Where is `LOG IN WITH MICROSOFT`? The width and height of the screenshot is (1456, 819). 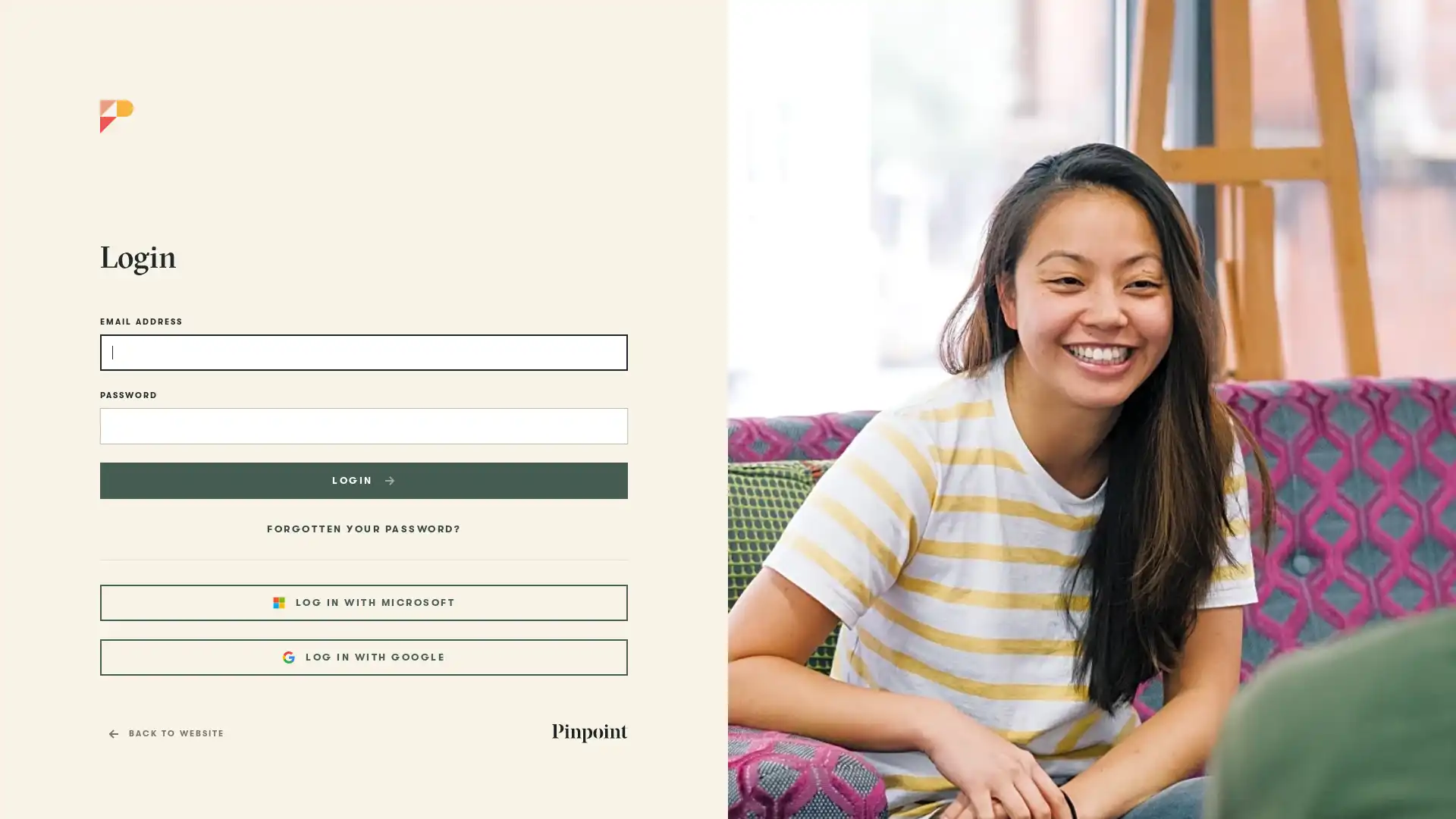
LOG IN WITH MICROSOFT is located at coordinates (362, 601).